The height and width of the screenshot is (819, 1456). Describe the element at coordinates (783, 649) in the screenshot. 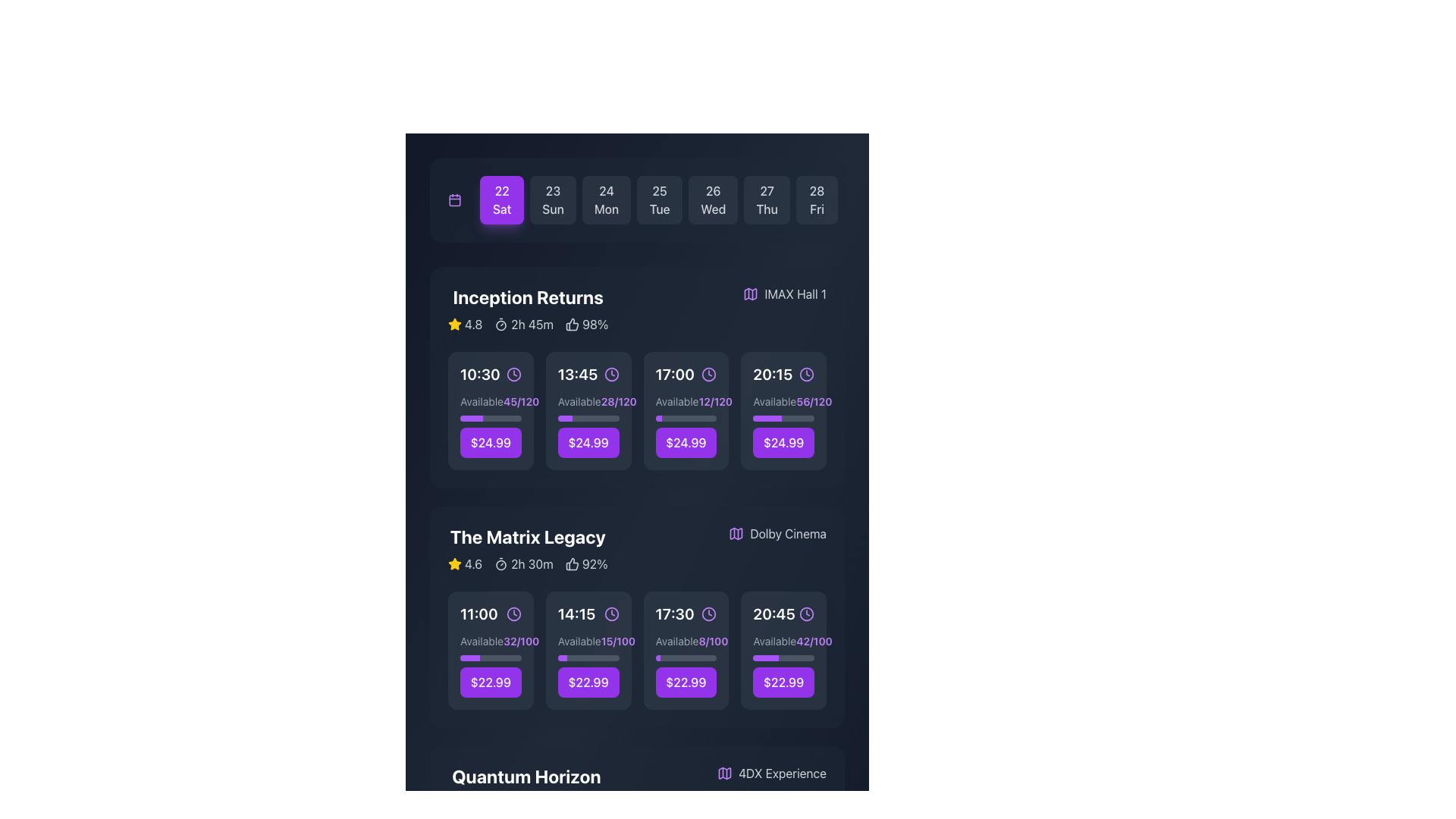

I see `the 'Select Seats' button, which is a rounded rectangular button with a purple background and white text, located in the bottom-right section of the 'The Matrix Legacy 20:45' ticket option card` at that location.